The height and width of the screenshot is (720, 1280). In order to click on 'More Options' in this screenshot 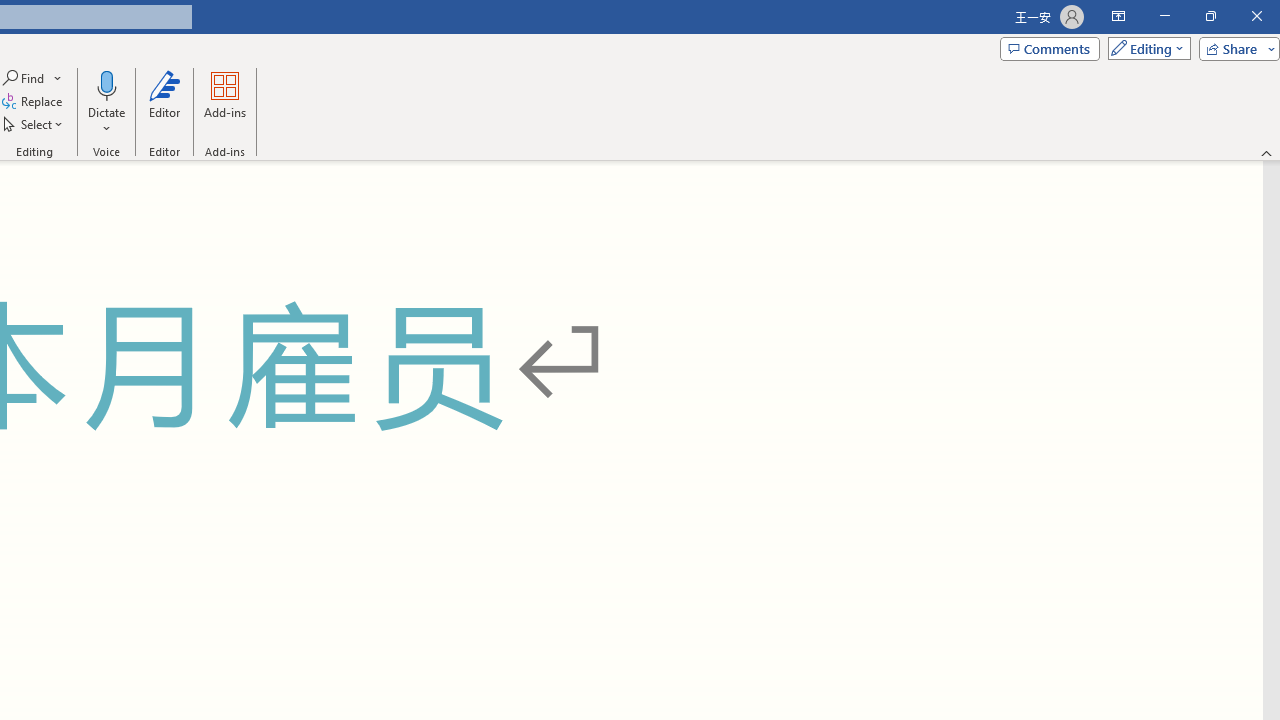, I will do `click(105, 121)`.